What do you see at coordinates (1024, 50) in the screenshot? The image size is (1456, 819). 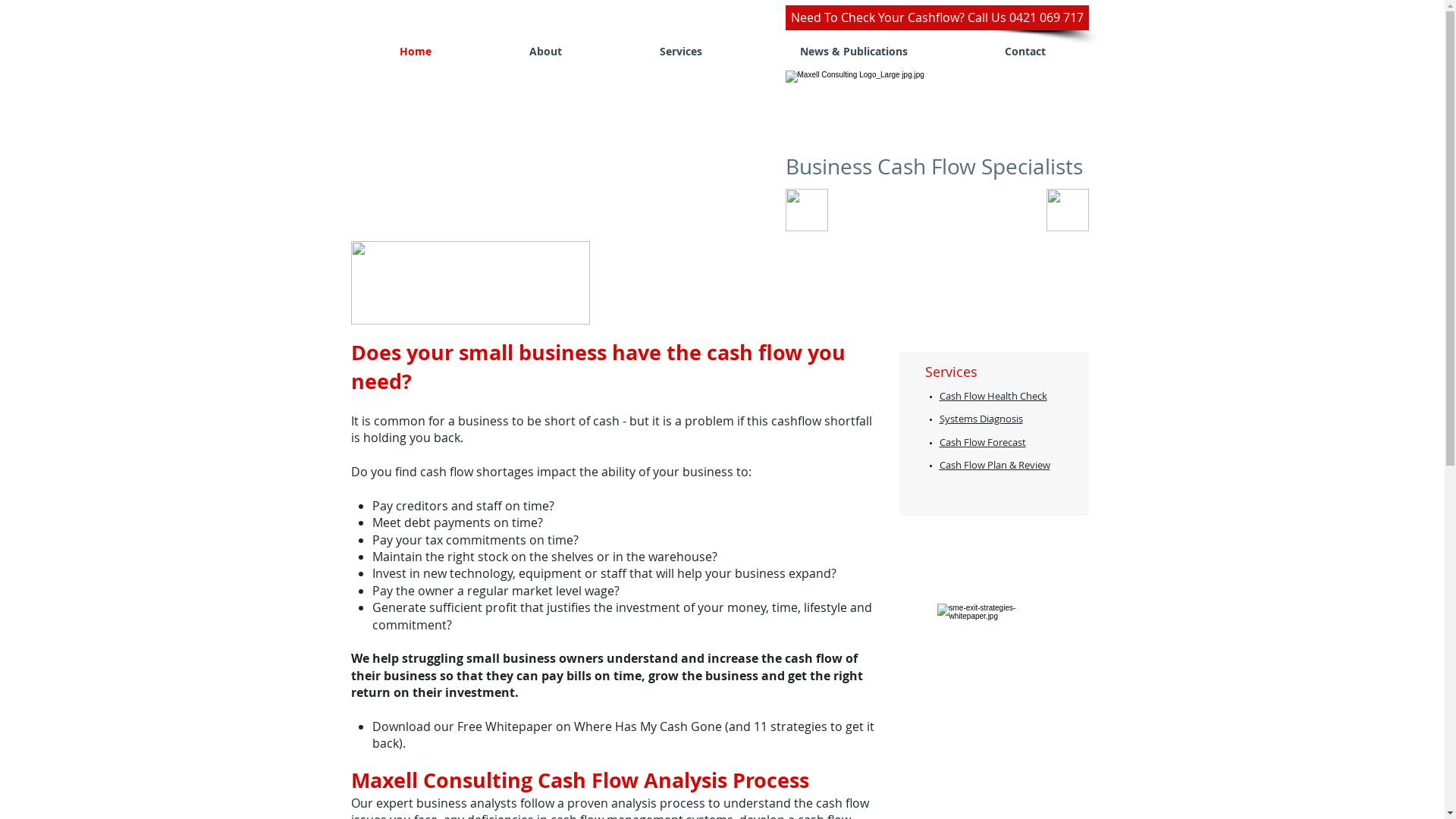 I see `'Contact'` at bounding box center [1024, 50].